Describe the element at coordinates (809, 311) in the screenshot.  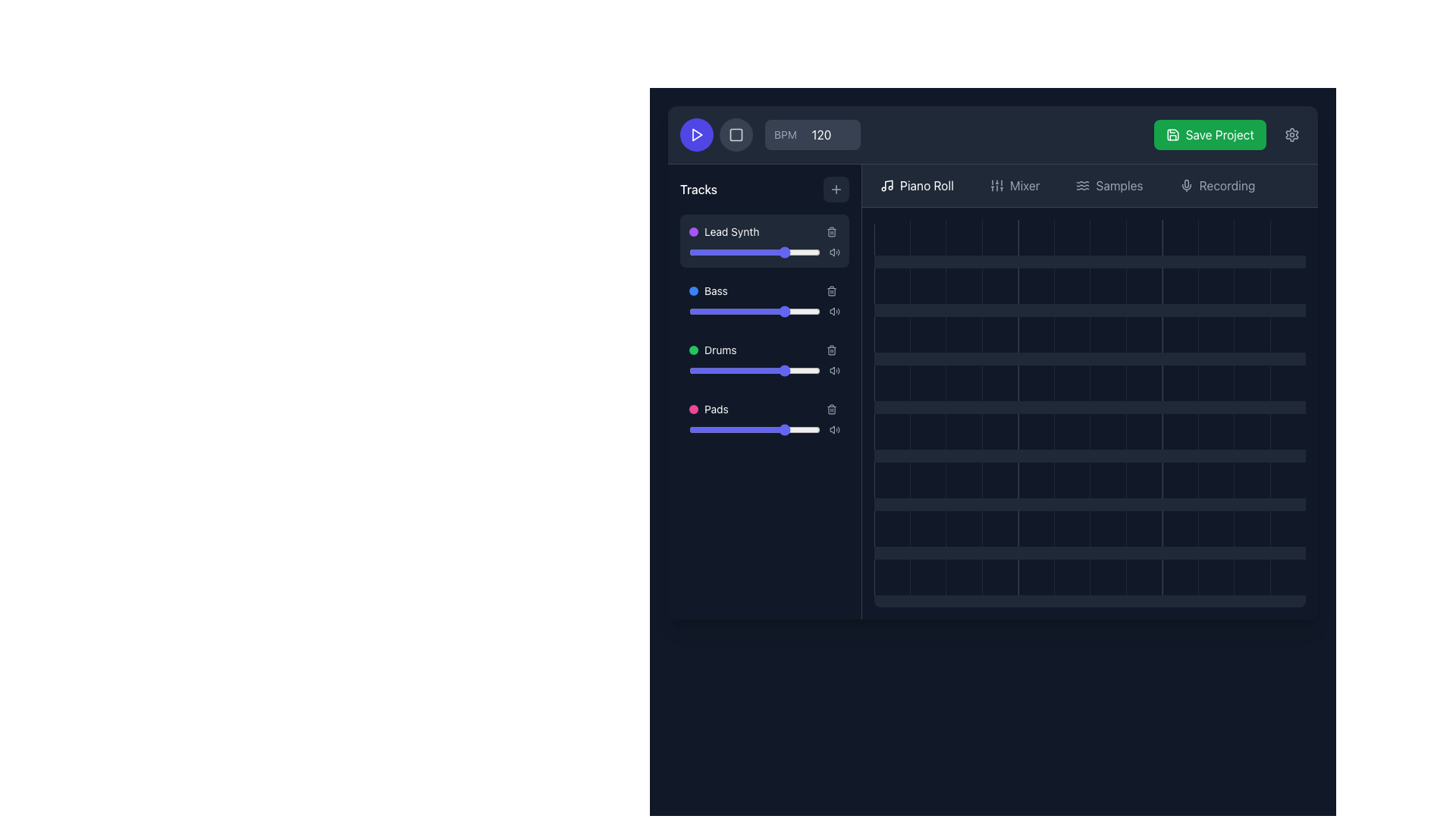
I see `the slider` at that location.